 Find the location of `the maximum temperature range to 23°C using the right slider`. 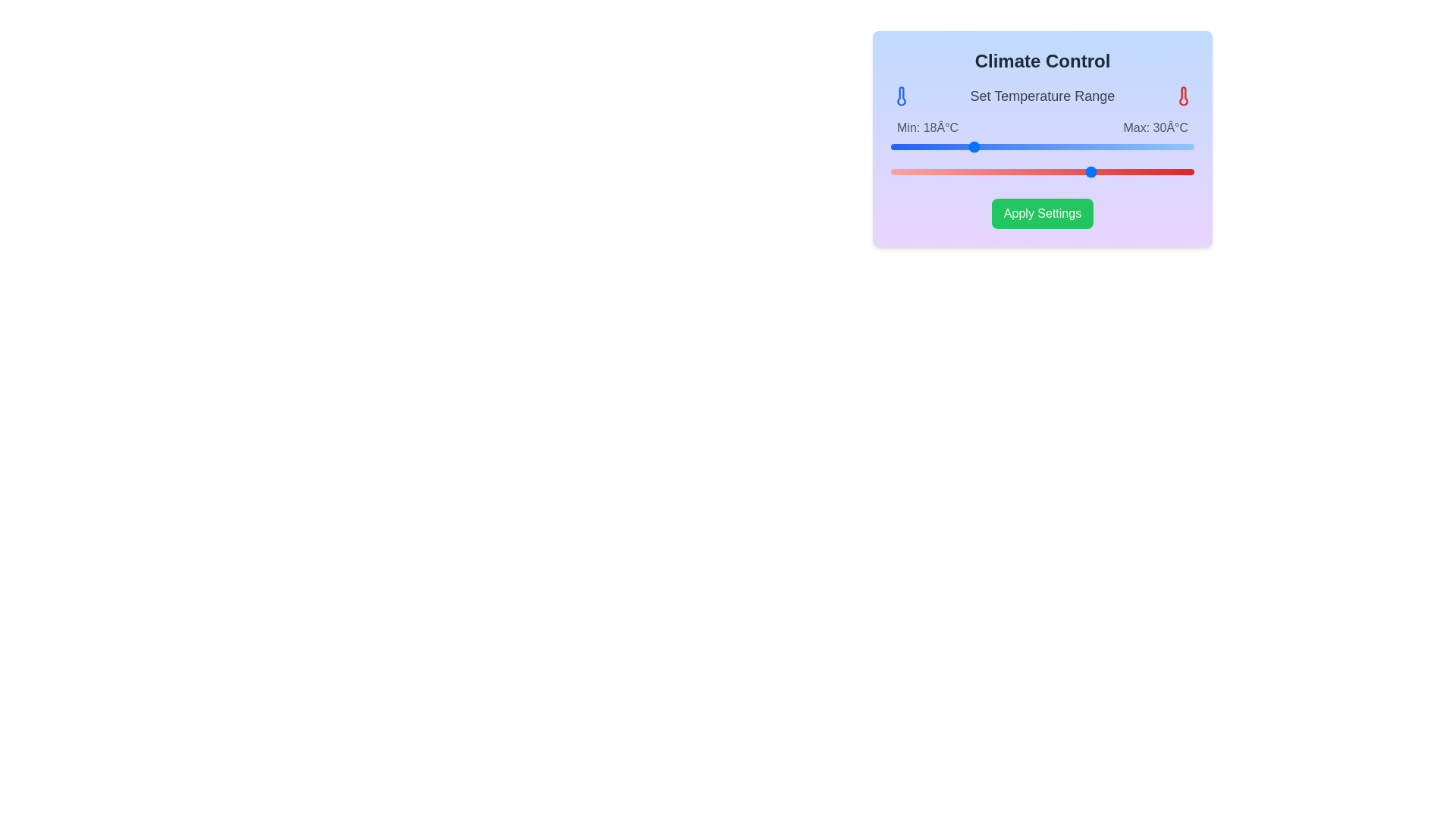

the maximum temperature range to 23°C using the right slider is located at coordinates (1022, 171).